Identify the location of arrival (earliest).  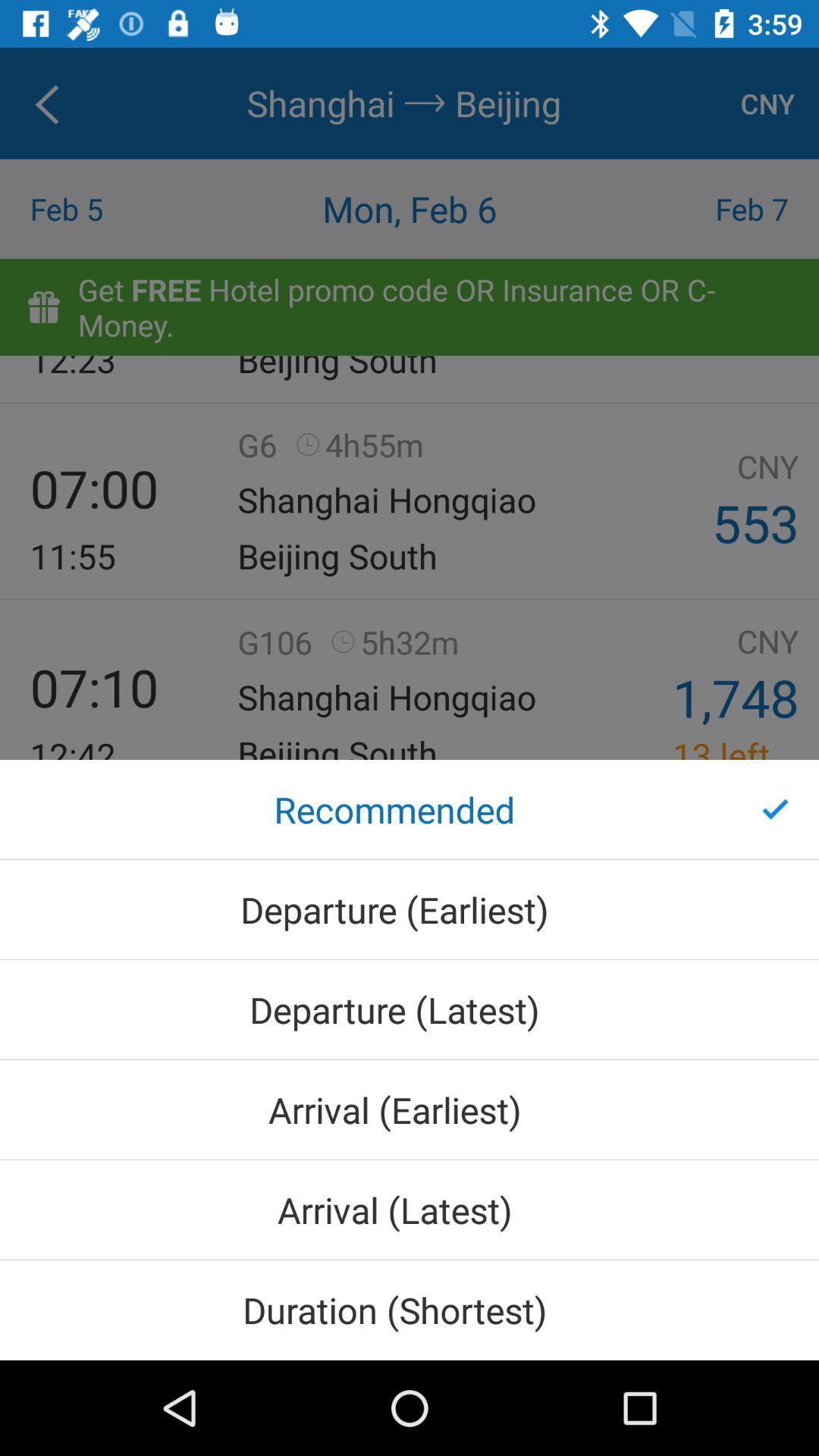
(409, 1109).